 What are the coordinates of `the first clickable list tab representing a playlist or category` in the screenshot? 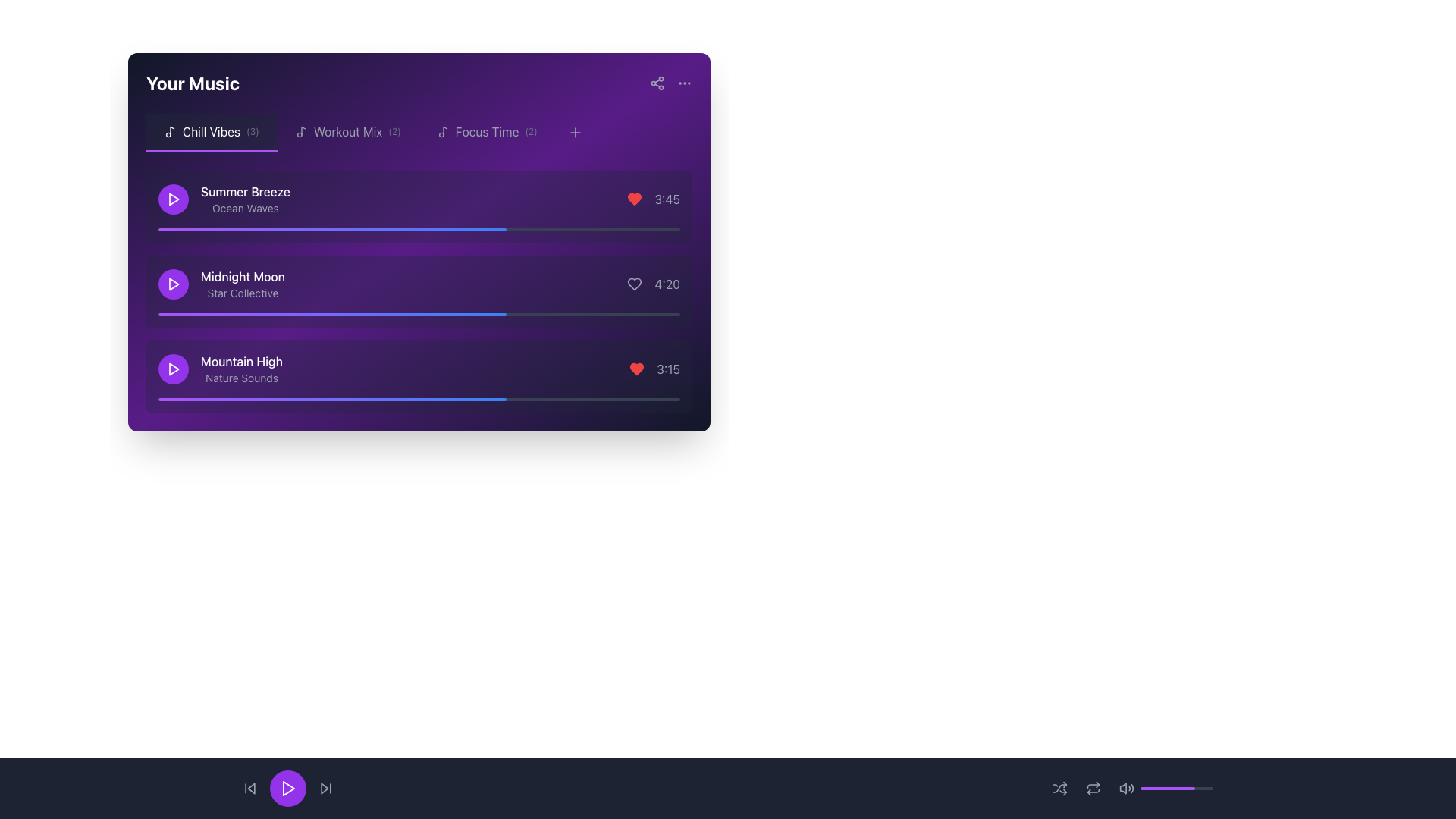 It's located at (211, 131).